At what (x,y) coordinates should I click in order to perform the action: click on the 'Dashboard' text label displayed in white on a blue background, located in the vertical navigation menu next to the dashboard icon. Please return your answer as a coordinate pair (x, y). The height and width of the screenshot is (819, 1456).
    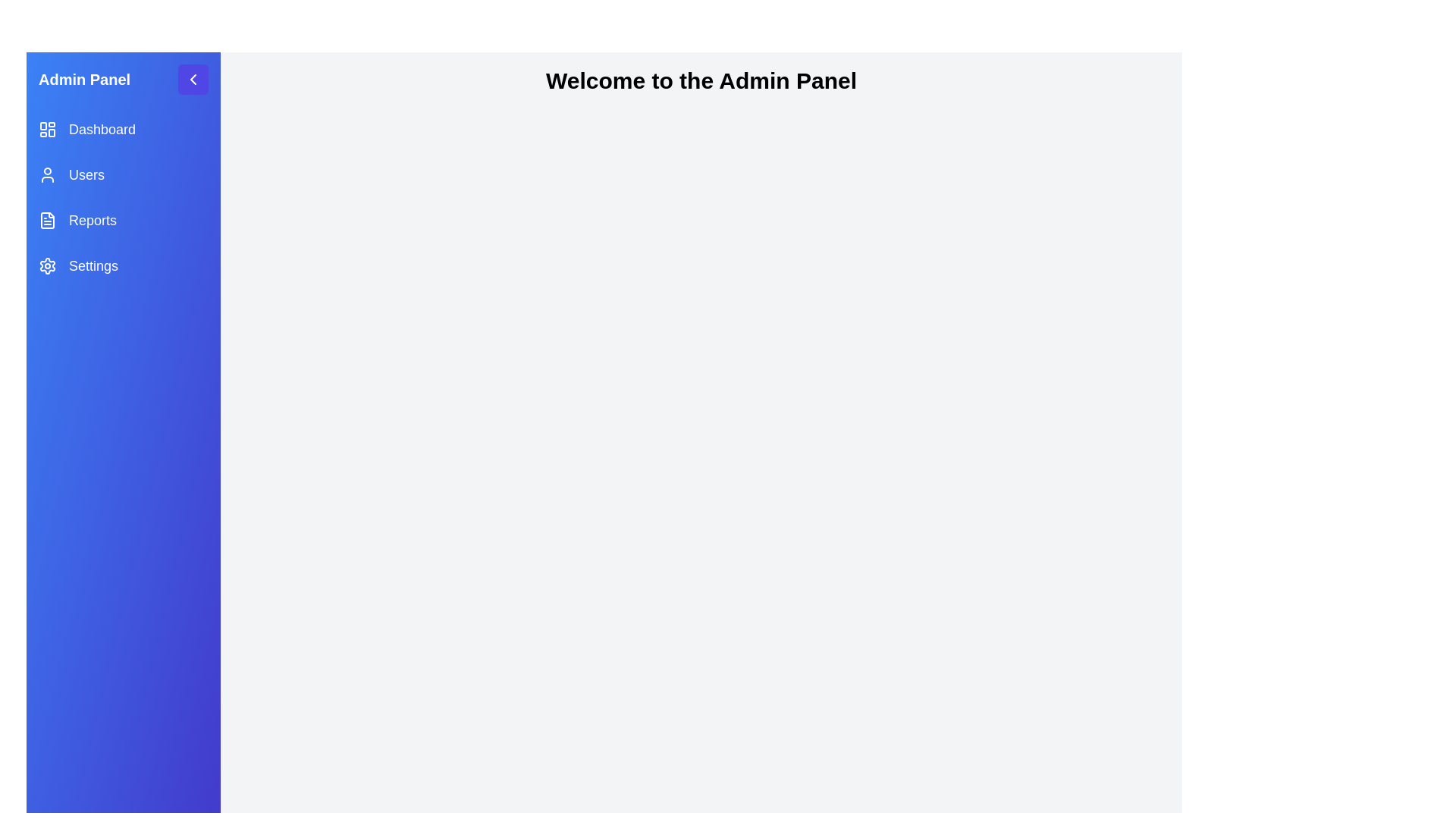
    Looking at the image, I should click on (101, 128).